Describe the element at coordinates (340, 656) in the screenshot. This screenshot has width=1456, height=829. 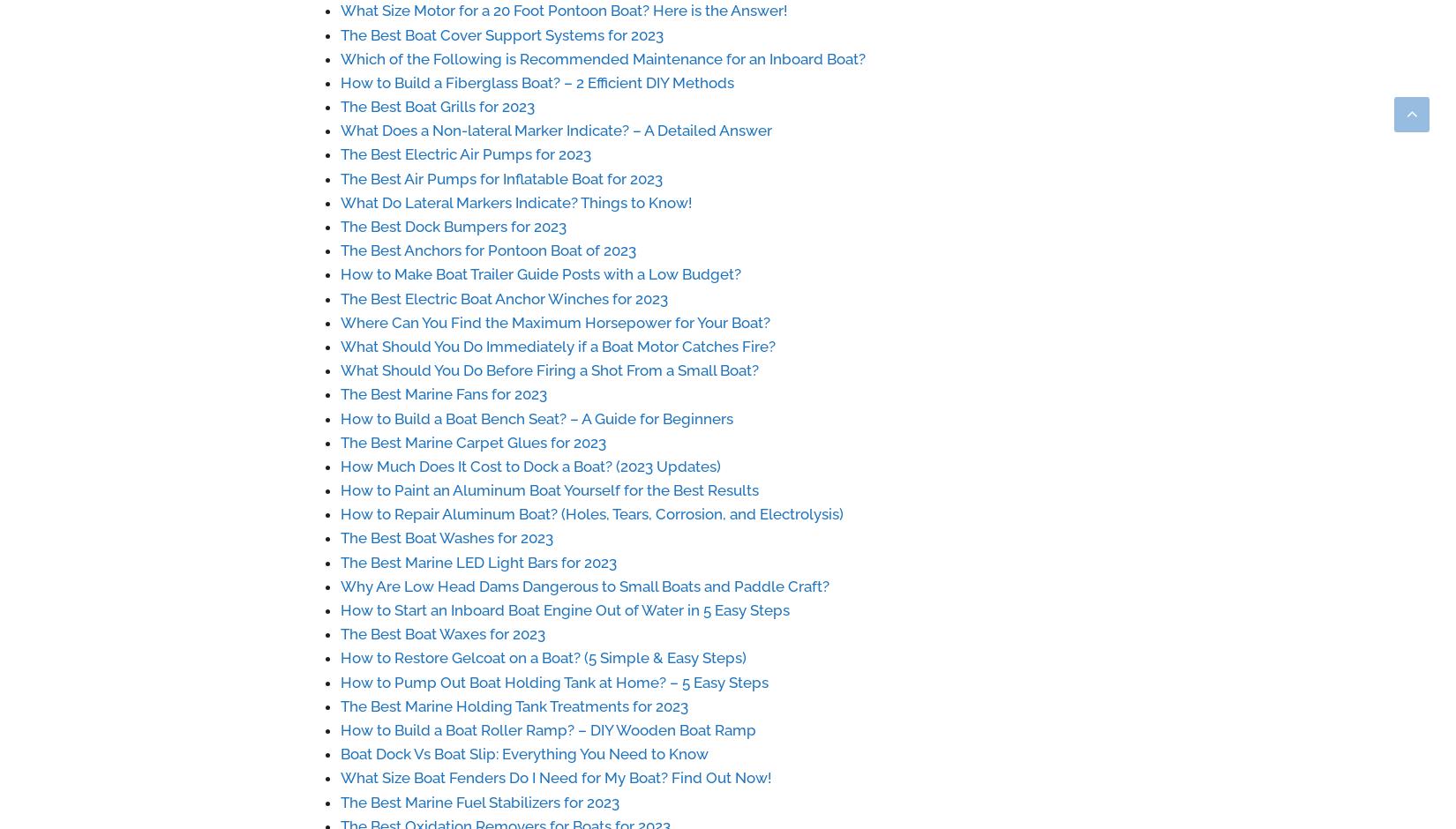
I see `'How to Restore Gelcoat on a Boat? (5 Simple & Easy Steps)'` at that location.